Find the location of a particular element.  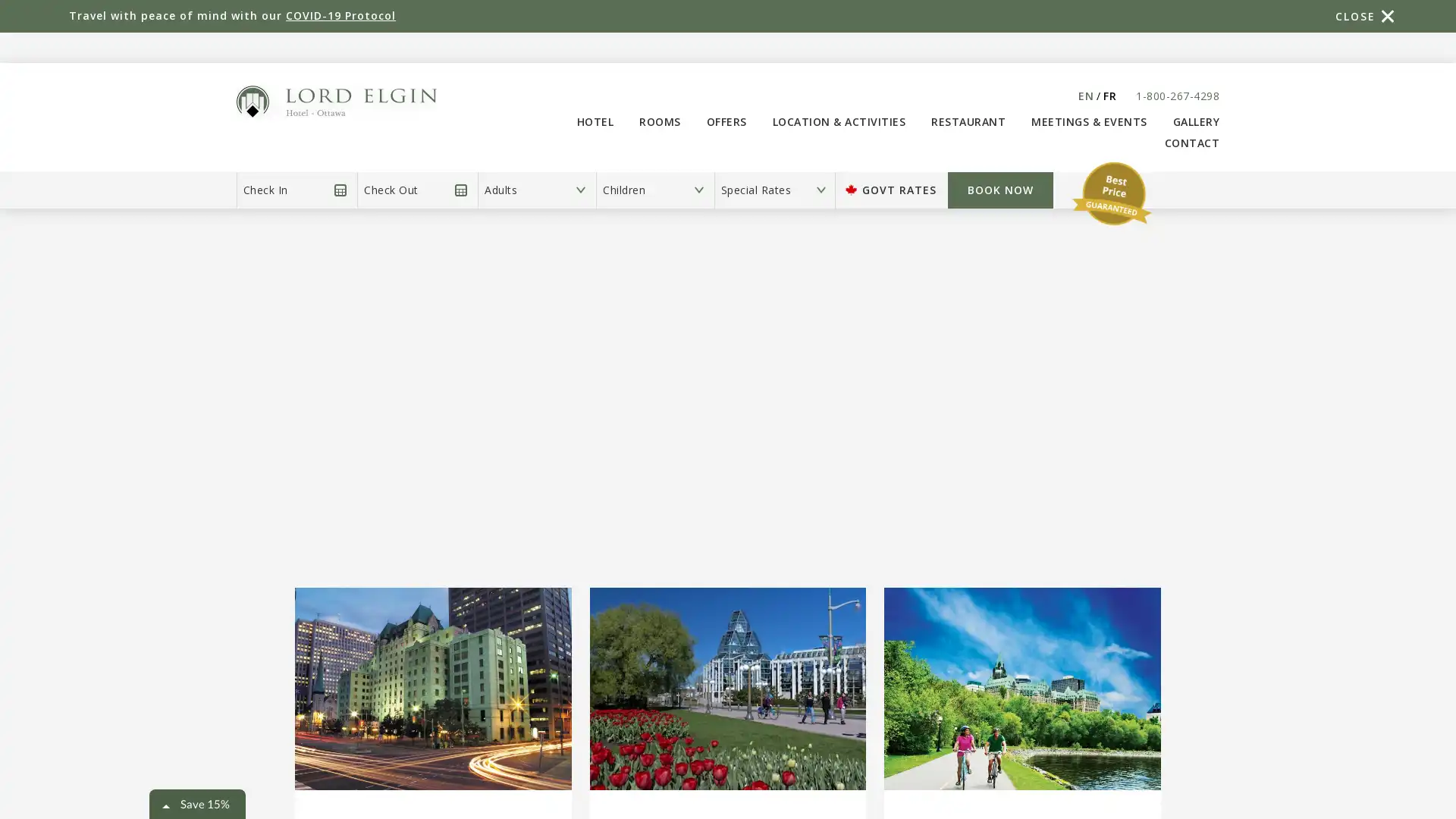

BOOK NOW is located at coordinates (721, 332).